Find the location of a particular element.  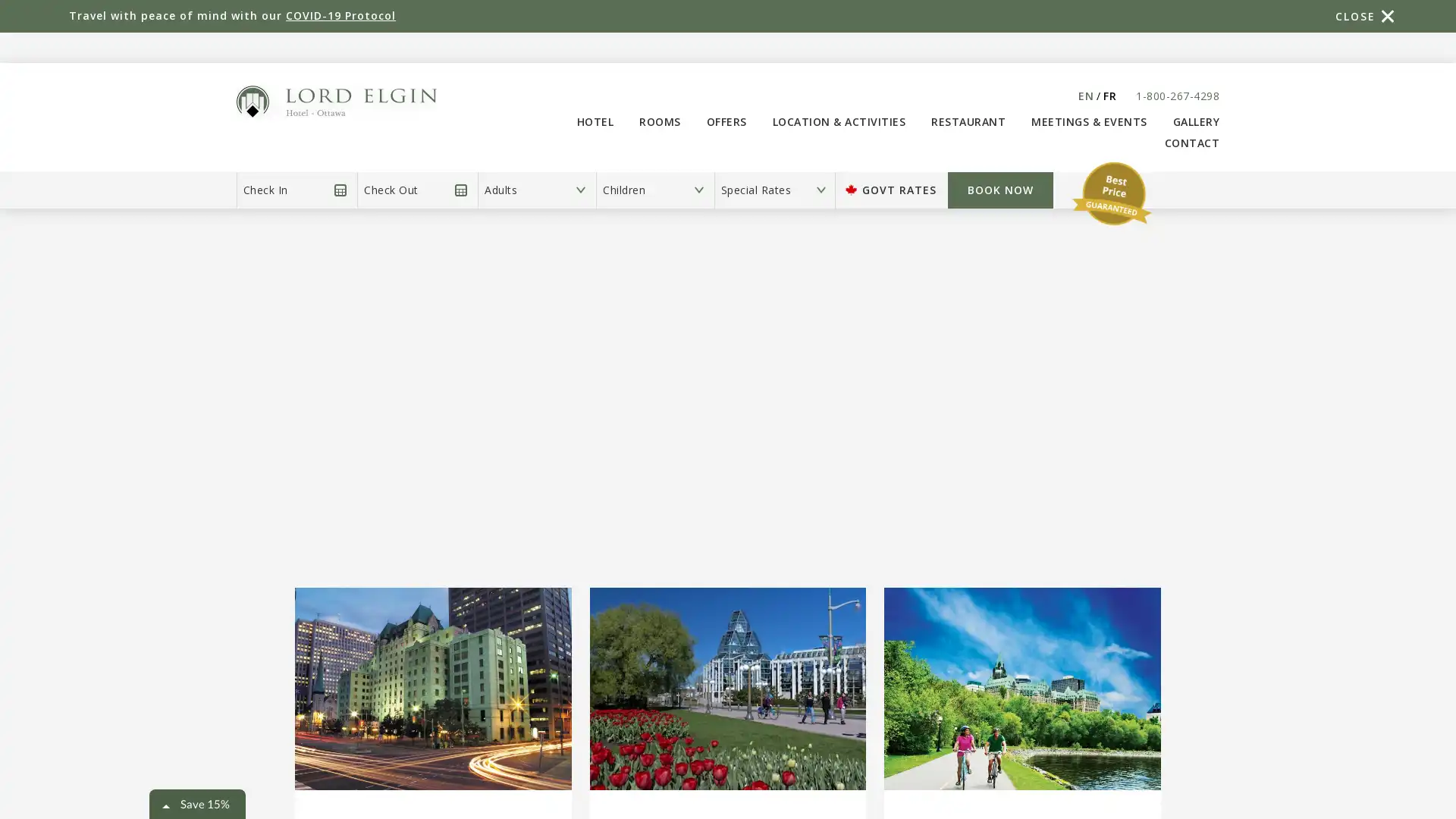

BOOK NOW is located at coordinates (721, 332).